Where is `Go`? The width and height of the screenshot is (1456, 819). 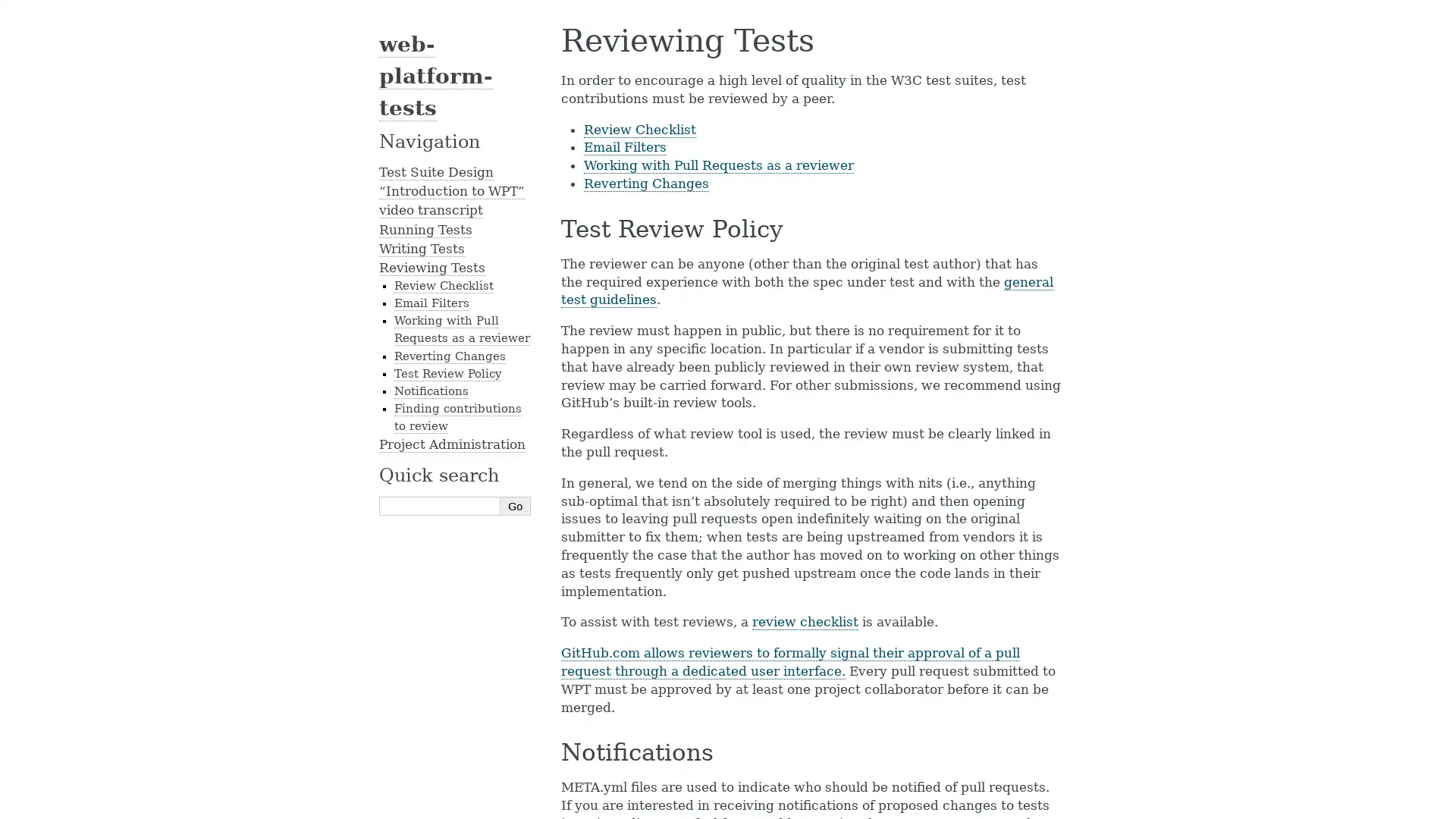
Go is located at coordinates (516, 506).